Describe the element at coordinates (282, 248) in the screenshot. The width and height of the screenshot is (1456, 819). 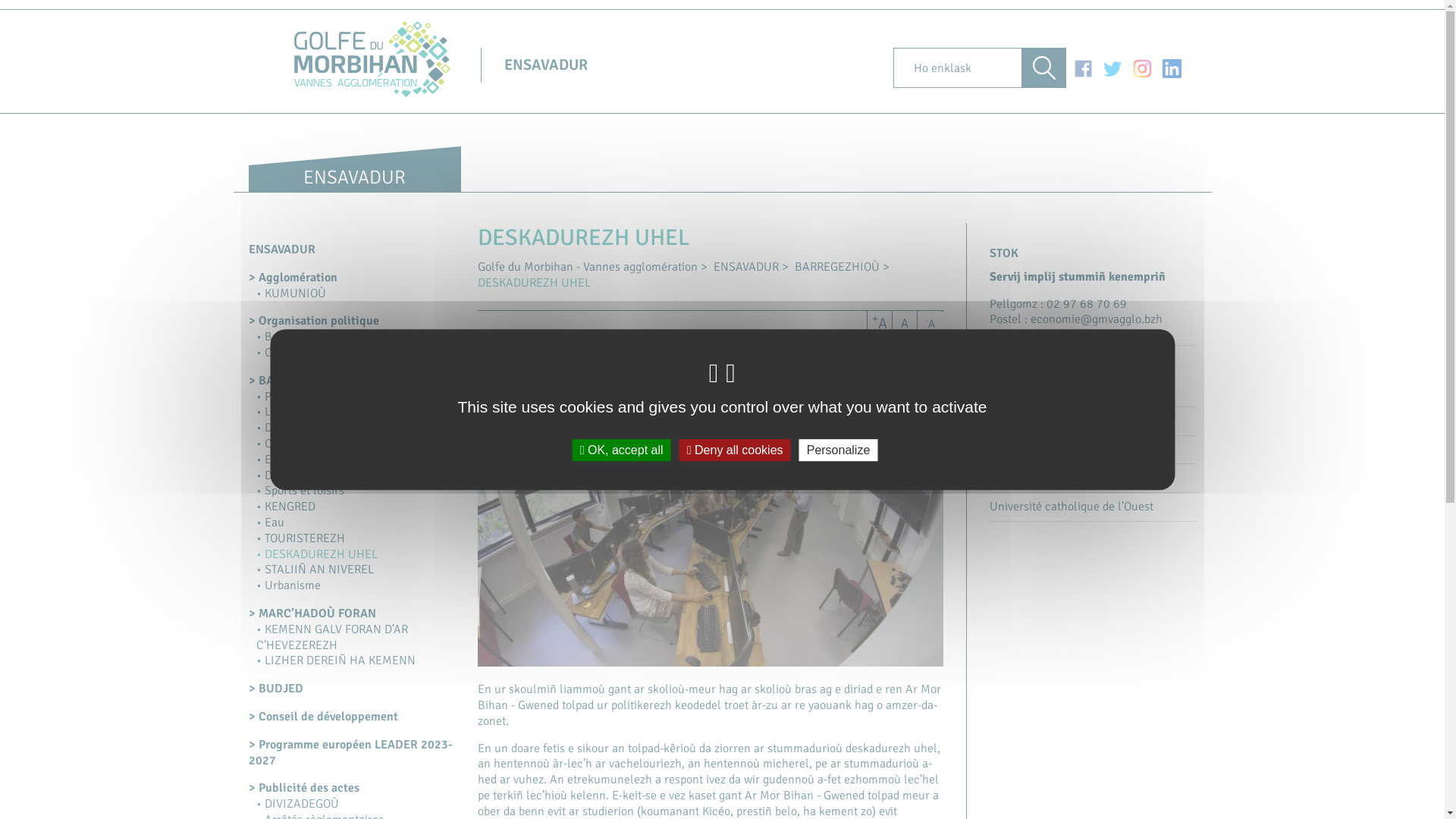
I see `'ENSAVADUR'` at that location.